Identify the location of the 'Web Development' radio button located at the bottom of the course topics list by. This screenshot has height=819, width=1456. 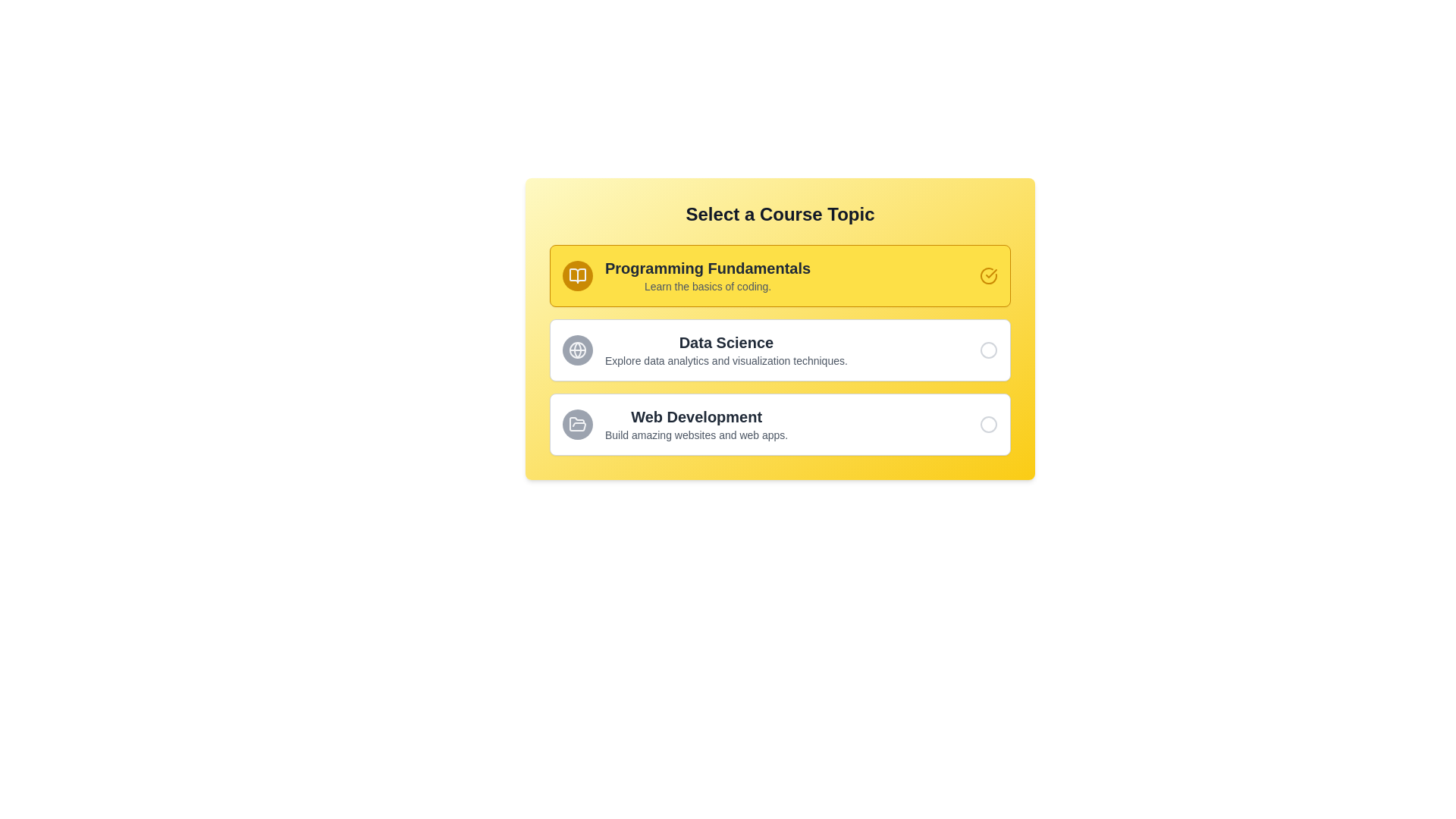
(989, 424).